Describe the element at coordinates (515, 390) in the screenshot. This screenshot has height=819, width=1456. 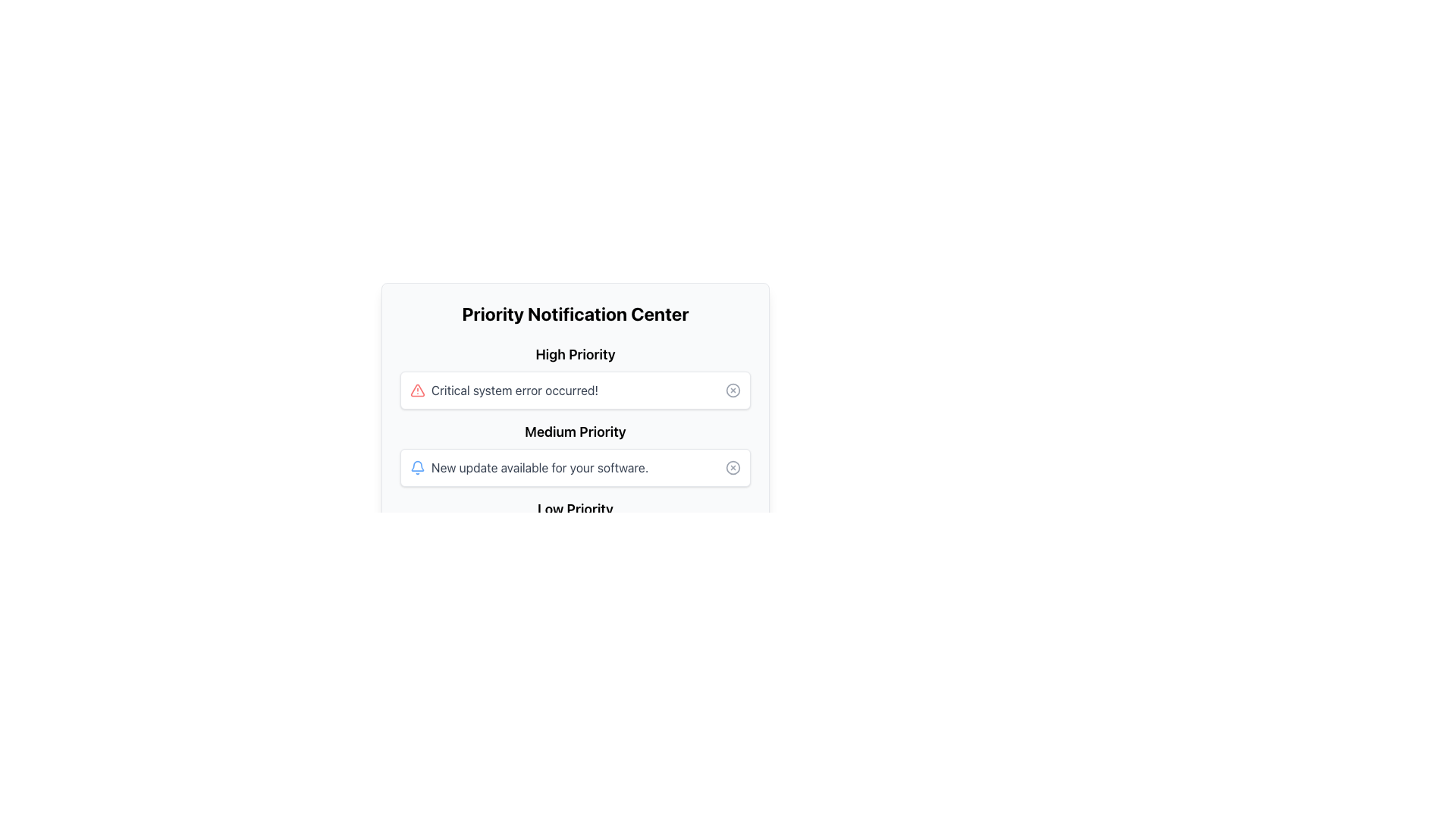
I see `the critical system error text label located in the 'High Priority' section of the 'Priority Notification Center', adjacent to the warning triangle icon` at that location.